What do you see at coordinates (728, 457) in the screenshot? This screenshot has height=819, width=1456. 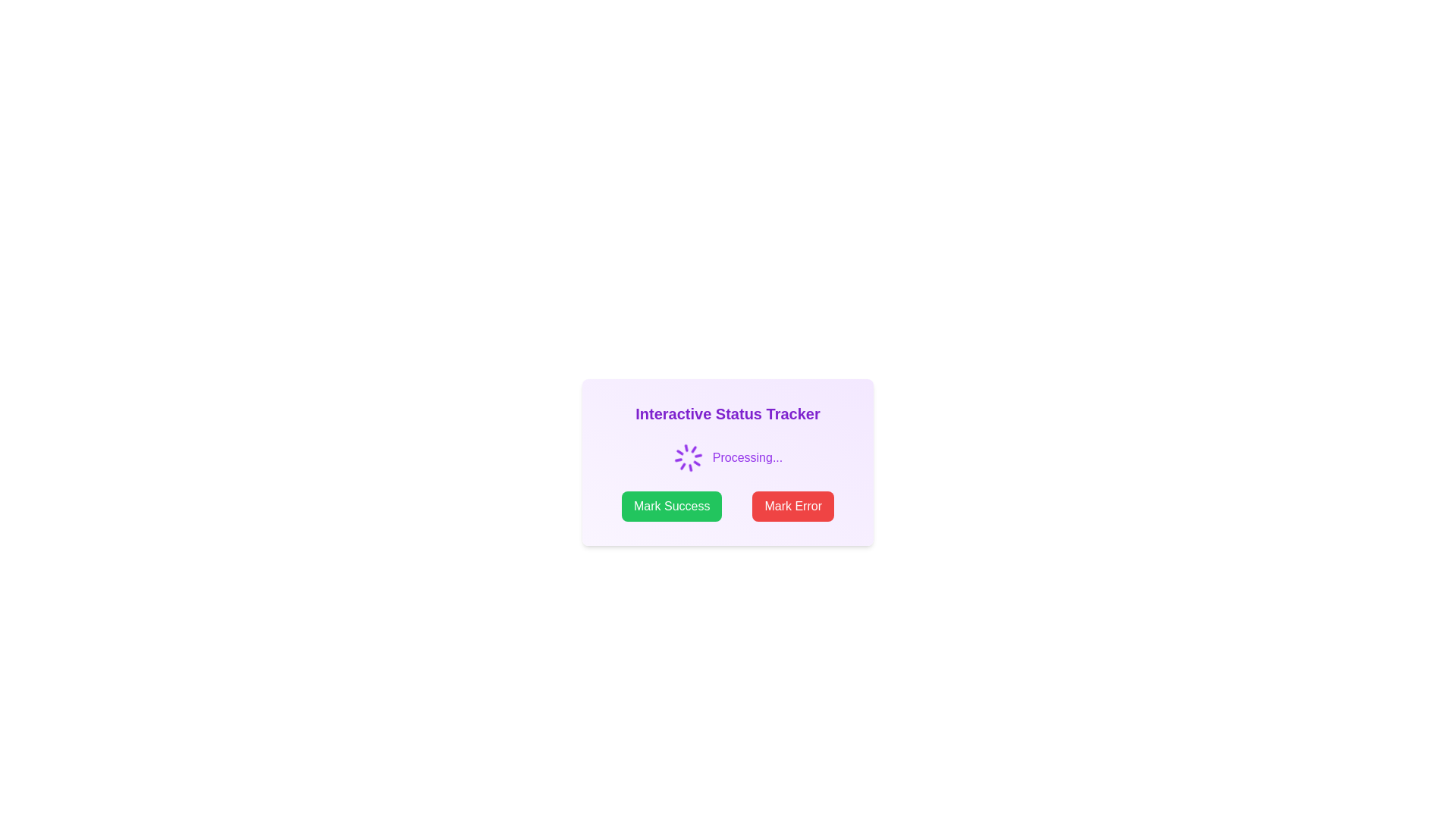 I see `the animated status indicator that shows 'Processing...' located below 'Interactive Status Tracker' and above the buttons 'Mark Success' and 'Mark Error'` at bounding box center [728, 457].